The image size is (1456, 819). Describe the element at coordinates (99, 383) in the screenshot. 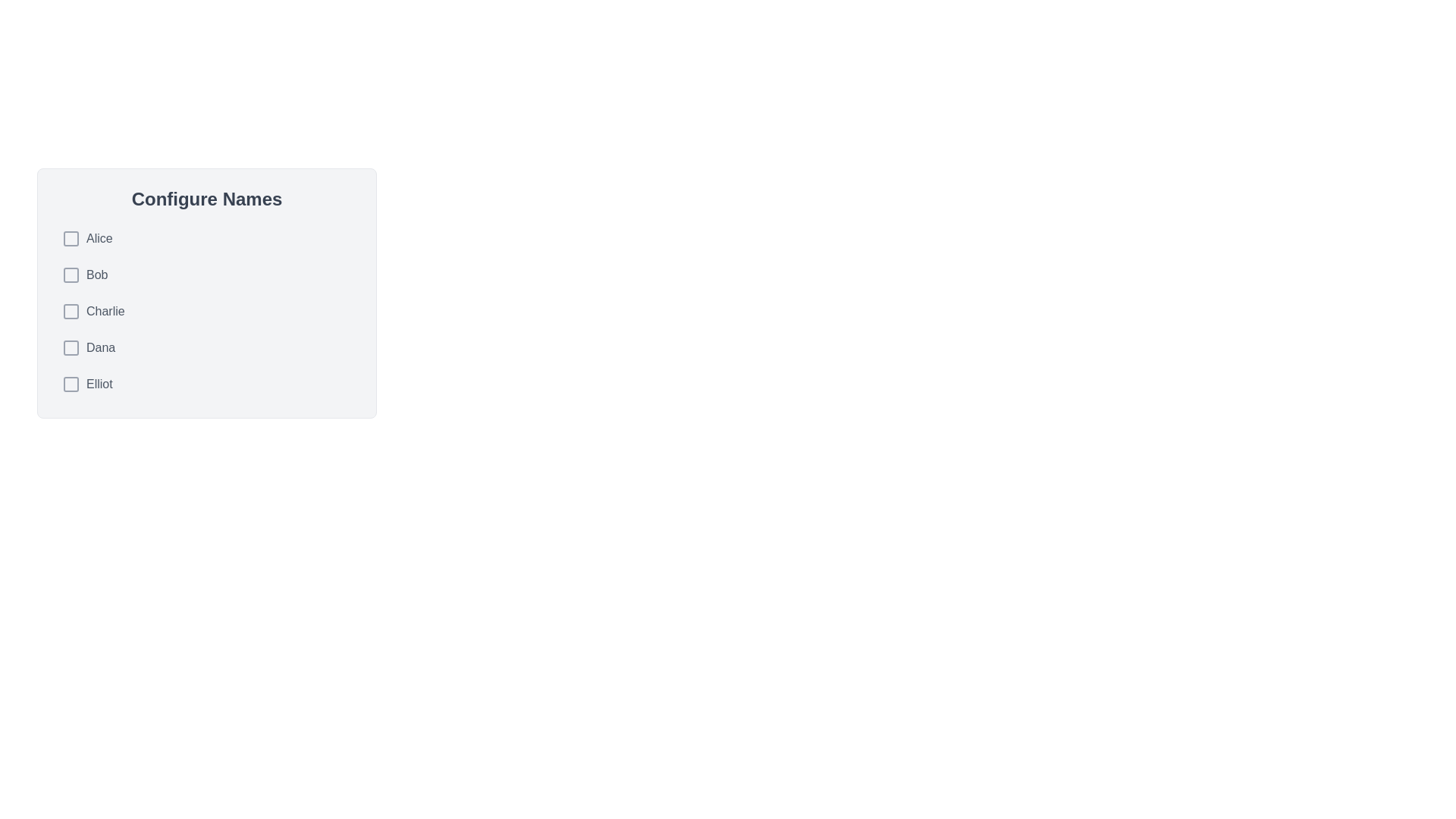

I see `the text label displaying 'Elliot' which is the fifth item in the 'Configure Names' list, located below 'Dana'` at that location.